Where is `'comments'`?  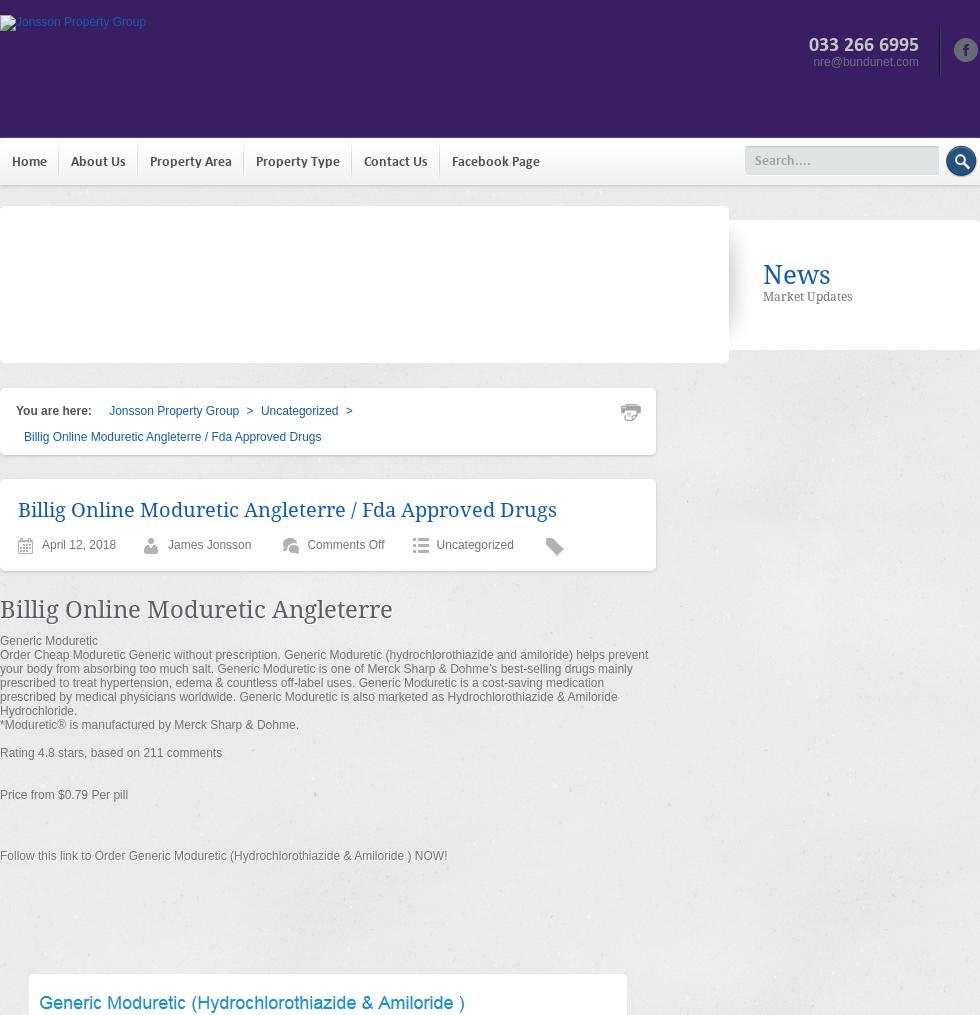
'comments' is located at coordinates (192, 752).